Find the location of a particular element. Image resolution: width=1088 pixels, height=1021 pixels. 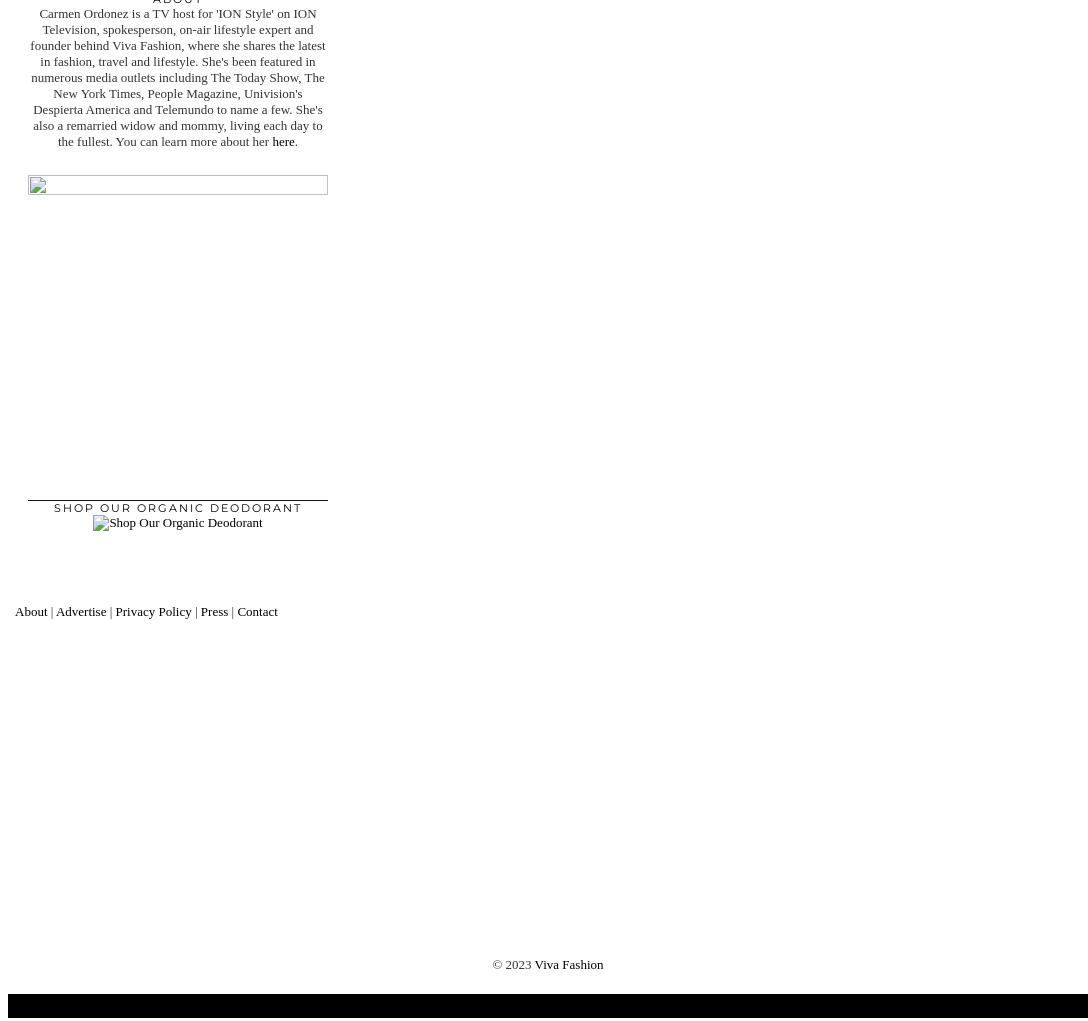

'Advertise' is located at coordinates (55, 610).